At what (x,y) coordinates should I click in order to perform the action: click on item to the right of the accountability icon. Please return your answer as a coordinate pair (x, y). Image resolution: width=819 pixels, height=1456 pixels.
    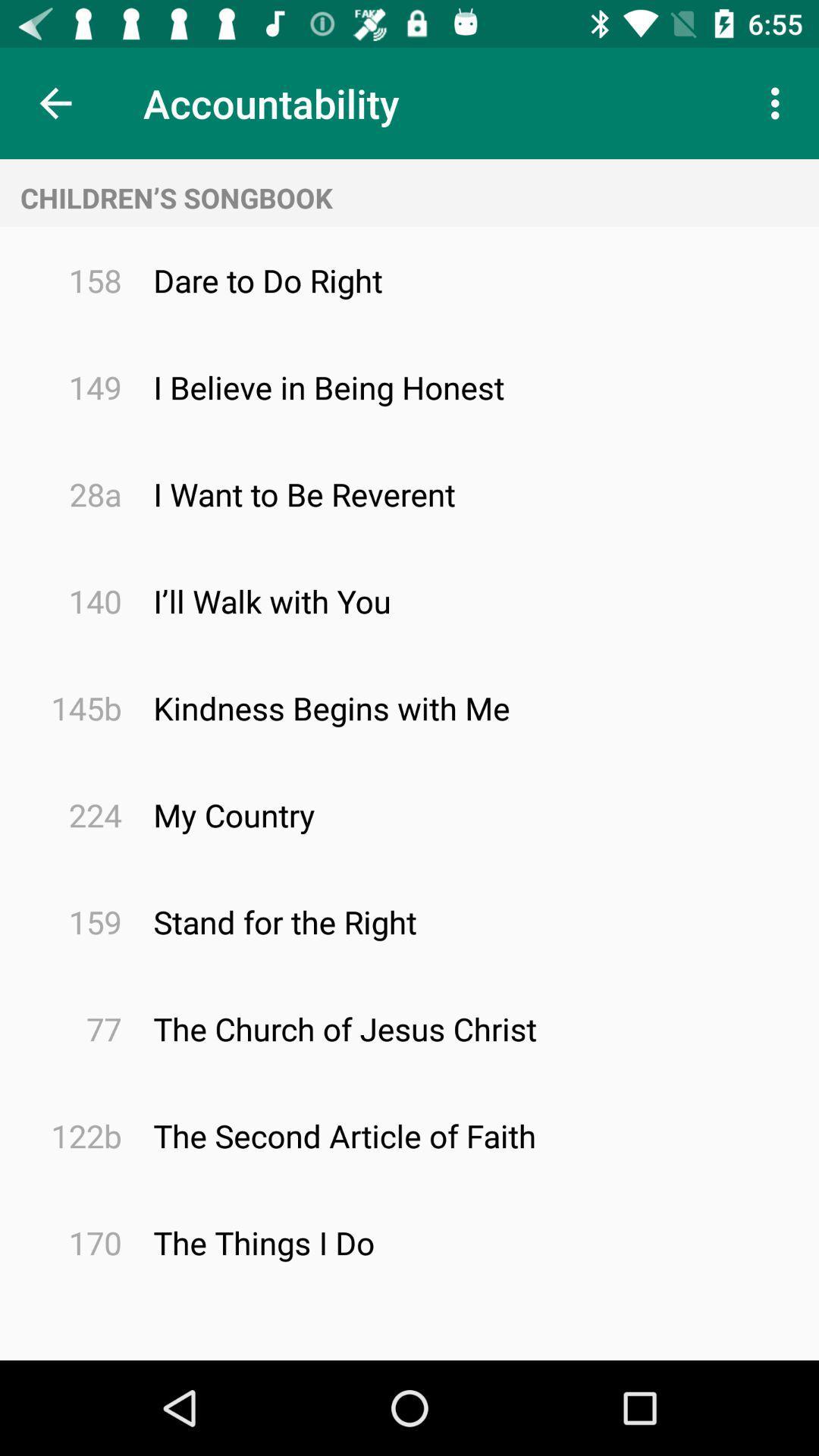
    Looking at the image, I should click on (779, 102).